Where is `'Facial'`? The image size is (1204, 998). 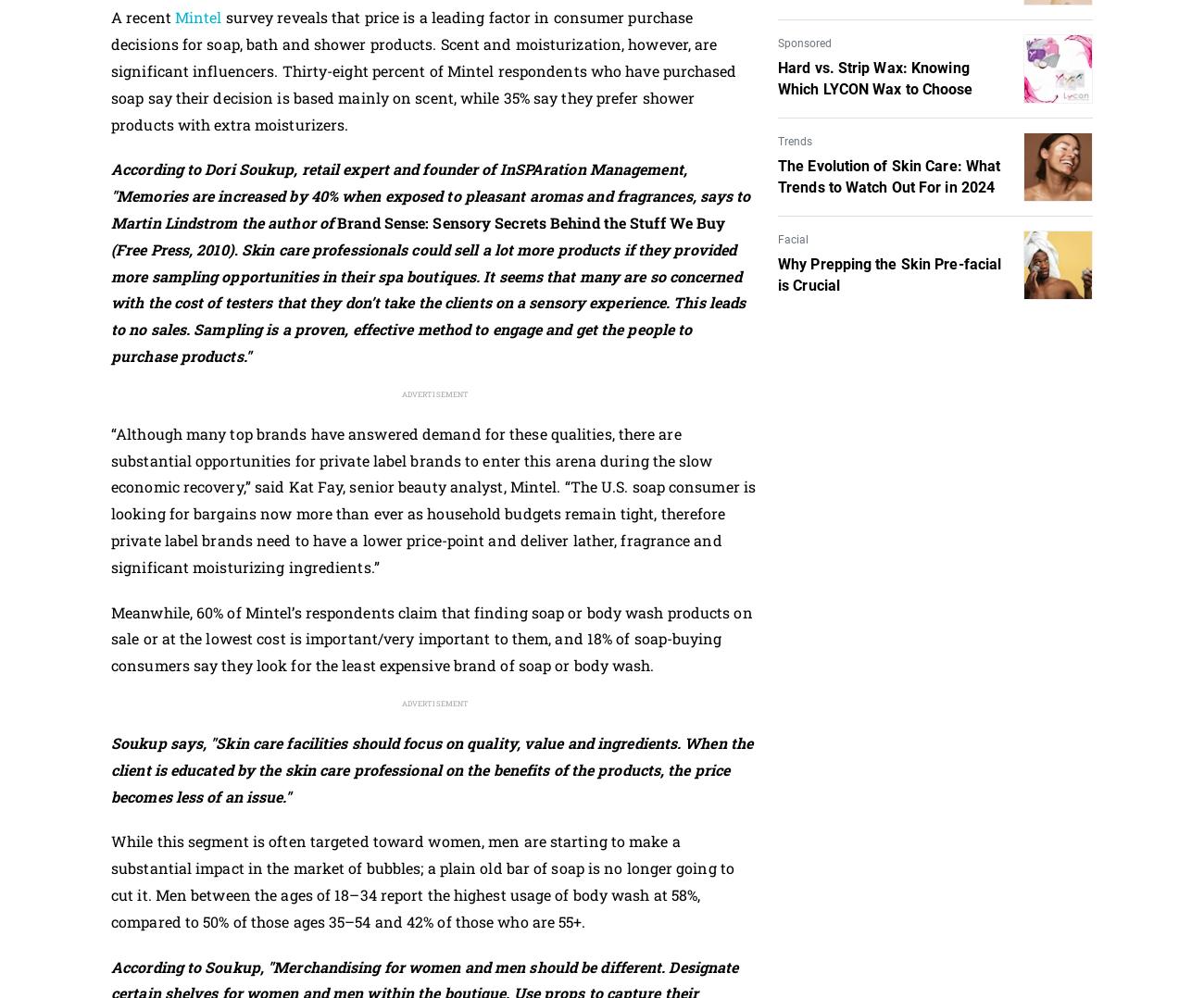
'Facial' is located at coordinates (793, 239).